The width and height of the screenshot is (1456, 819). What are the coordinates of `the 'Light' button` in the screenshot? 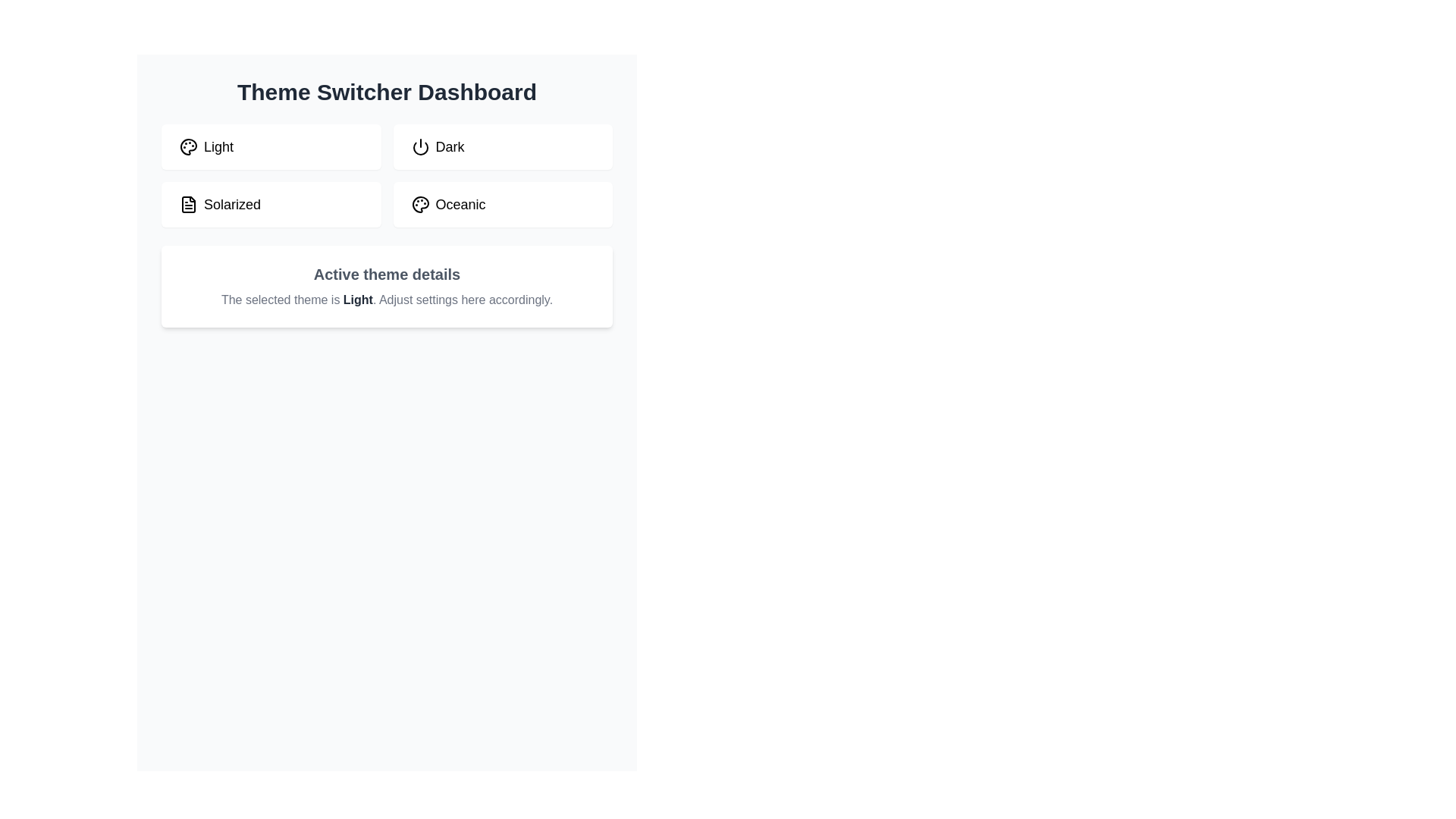 It's located at (271, 146).